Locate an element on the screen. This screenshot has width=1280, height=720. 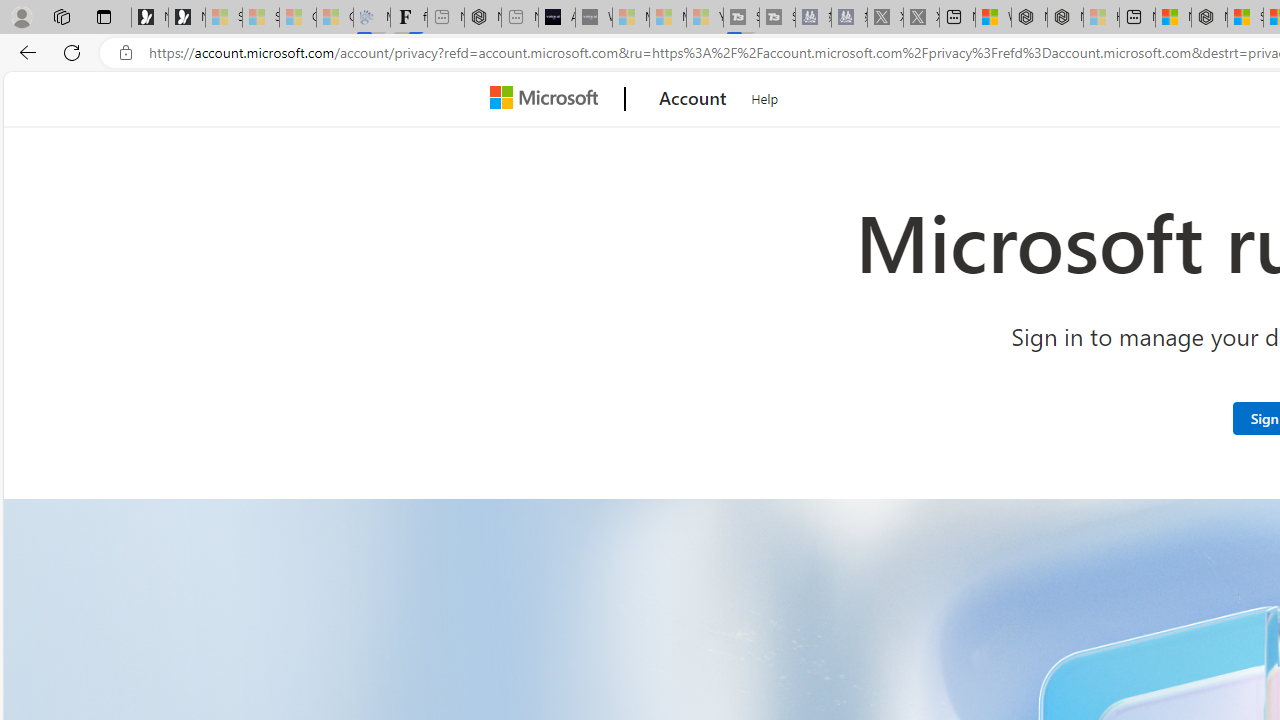
'Newsletter Sign Up' is located at coordinates (186, 17).